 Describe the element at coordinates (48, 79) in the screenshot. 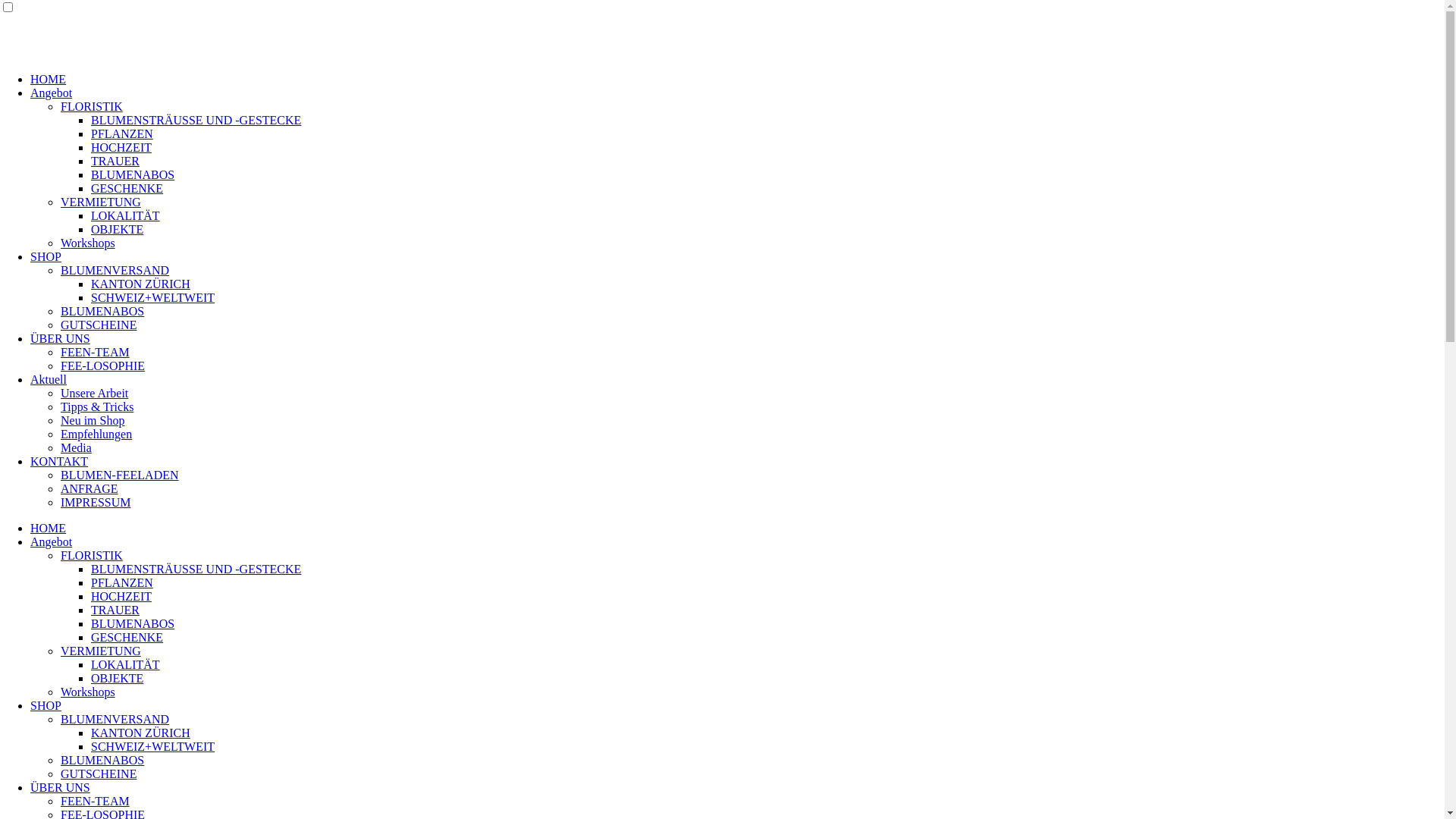

I see `'HOME'` at that location.